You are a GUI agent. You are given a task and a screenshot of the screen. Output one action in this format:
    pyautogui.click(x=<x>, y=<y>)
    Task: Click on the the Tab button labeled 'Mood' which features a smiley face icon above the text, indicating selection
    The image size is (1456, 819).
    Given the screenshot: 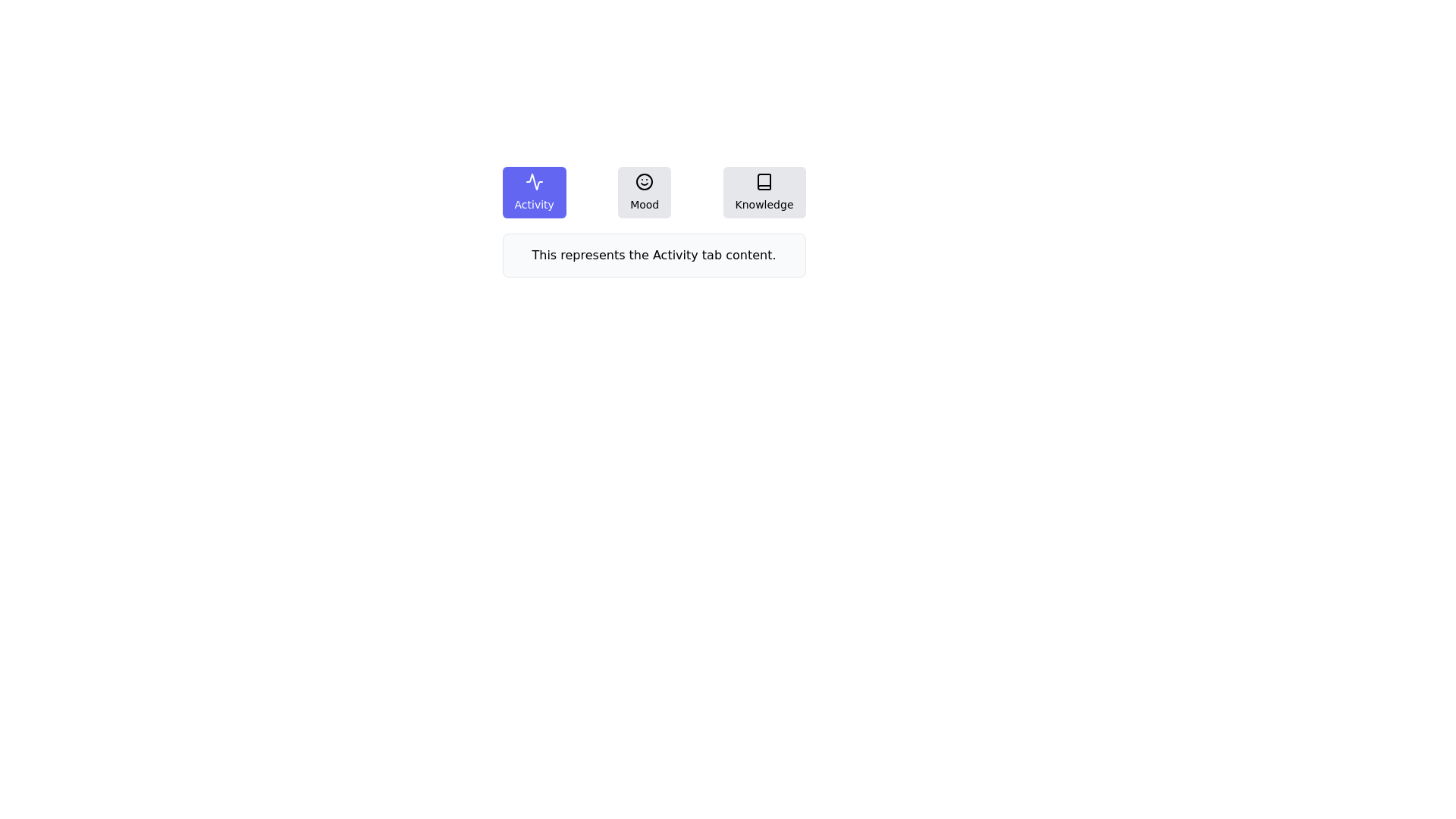 What is the action you would take?
    pyautogui.click(x=645, y=192)
    